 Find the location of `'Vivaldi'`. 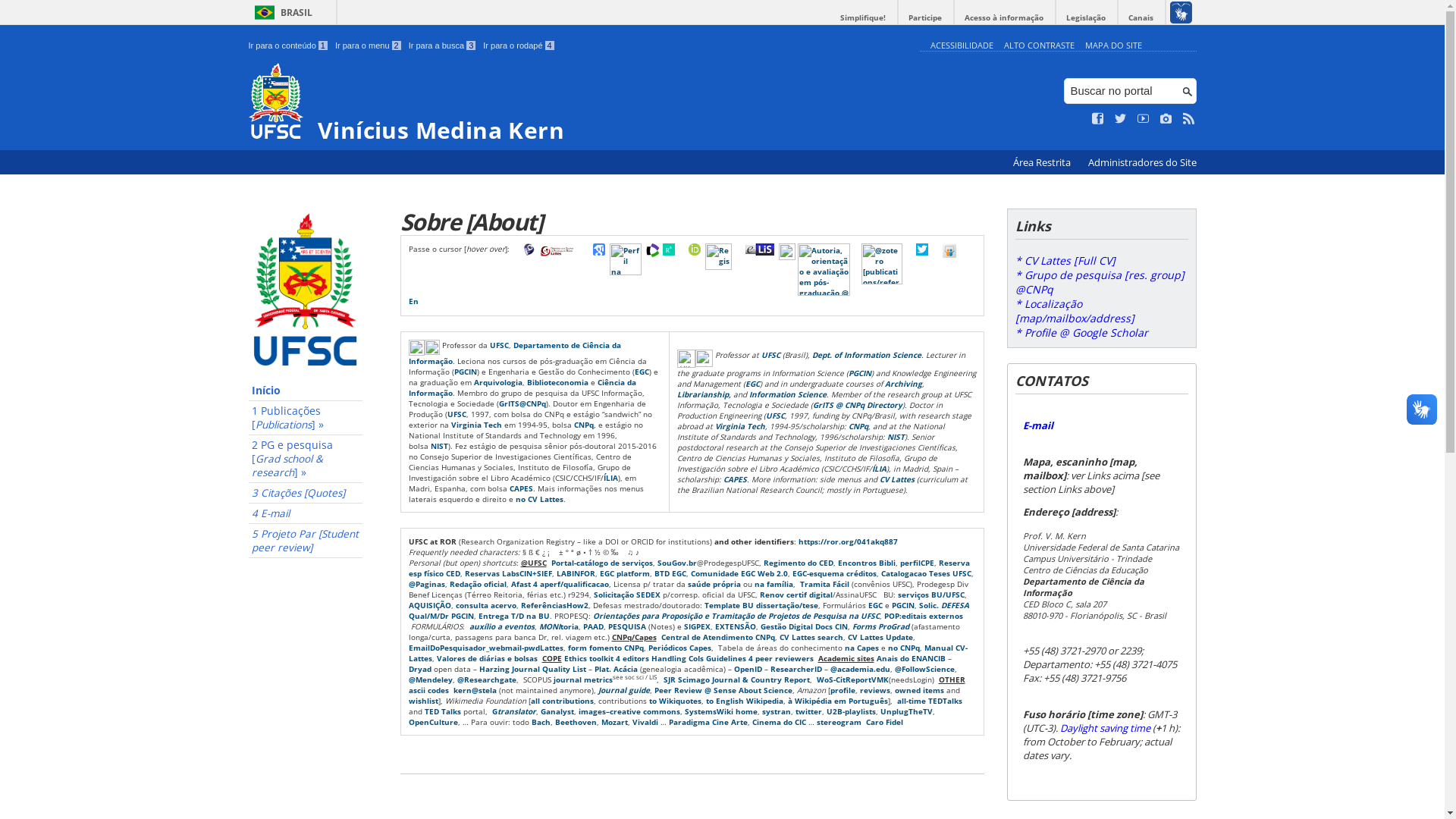

'Vivaldi' is located at coordinates (645, 721).